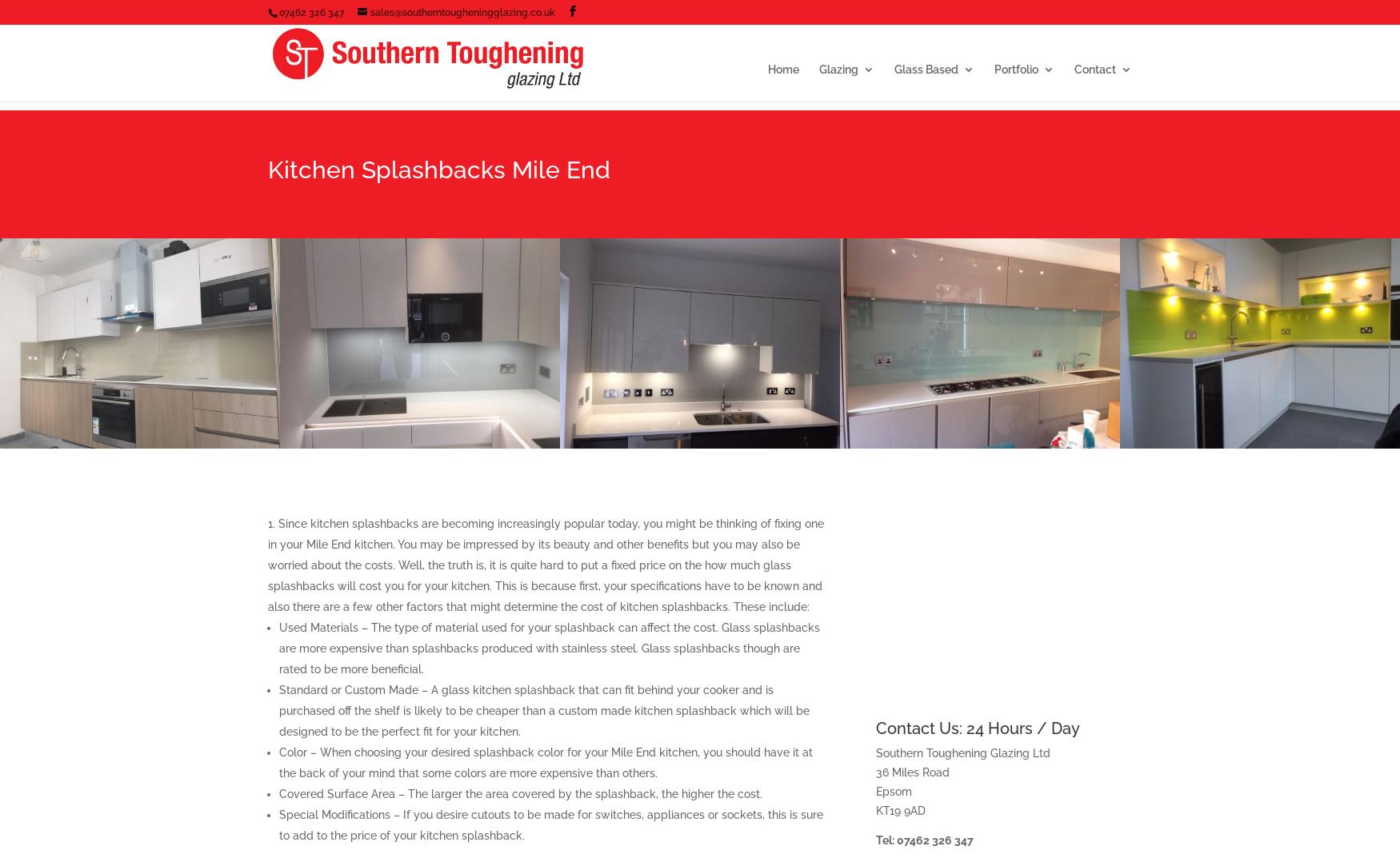 The image size is (1400, 858). I want to click on 'Mirrors', so click(943, 178).